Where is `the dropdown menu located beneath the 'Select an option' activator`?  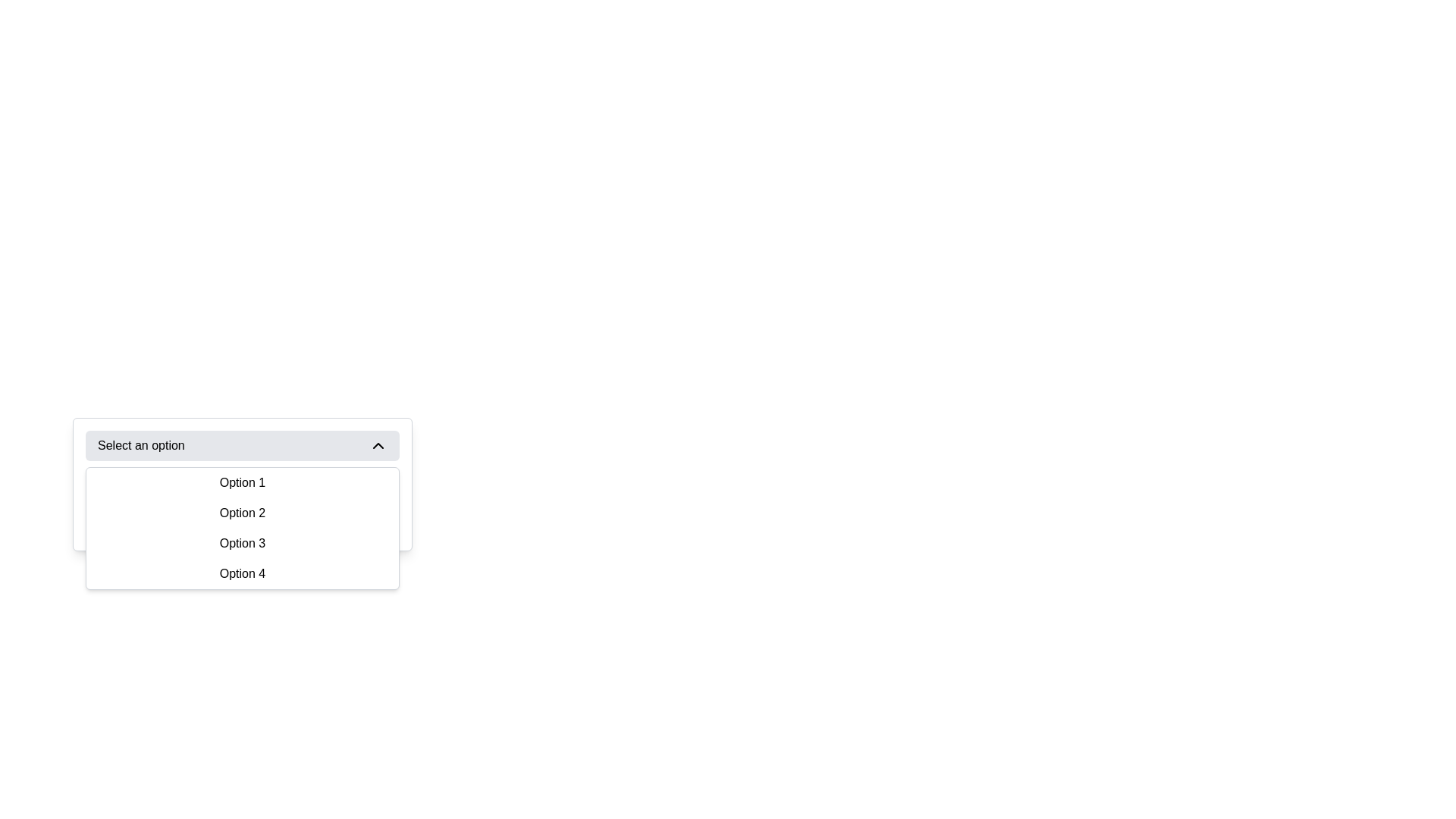 the dropdown menu located beneath the 'Select an option' activator is located at coordinates (243, 528).